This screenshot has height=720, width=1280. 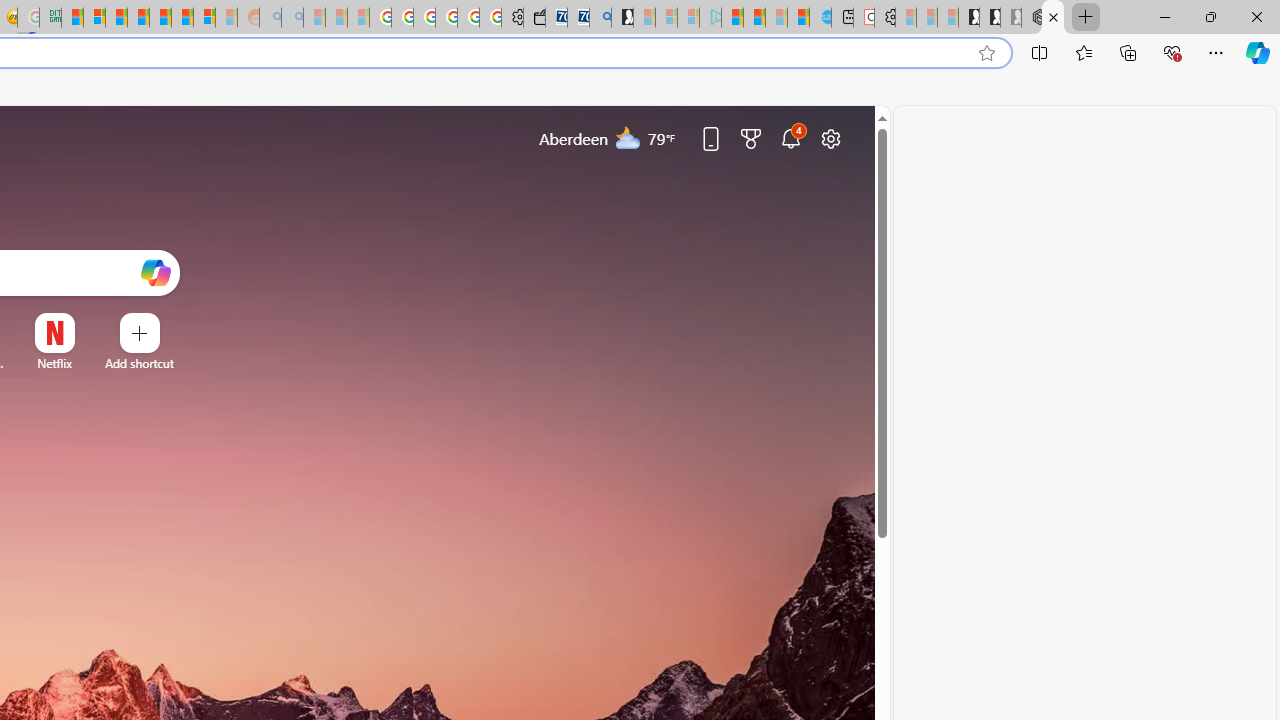 I want to click on 'Nordace - Nordace Siena Is Not An Ordinary Backpack', so click(x=1031, y=17).